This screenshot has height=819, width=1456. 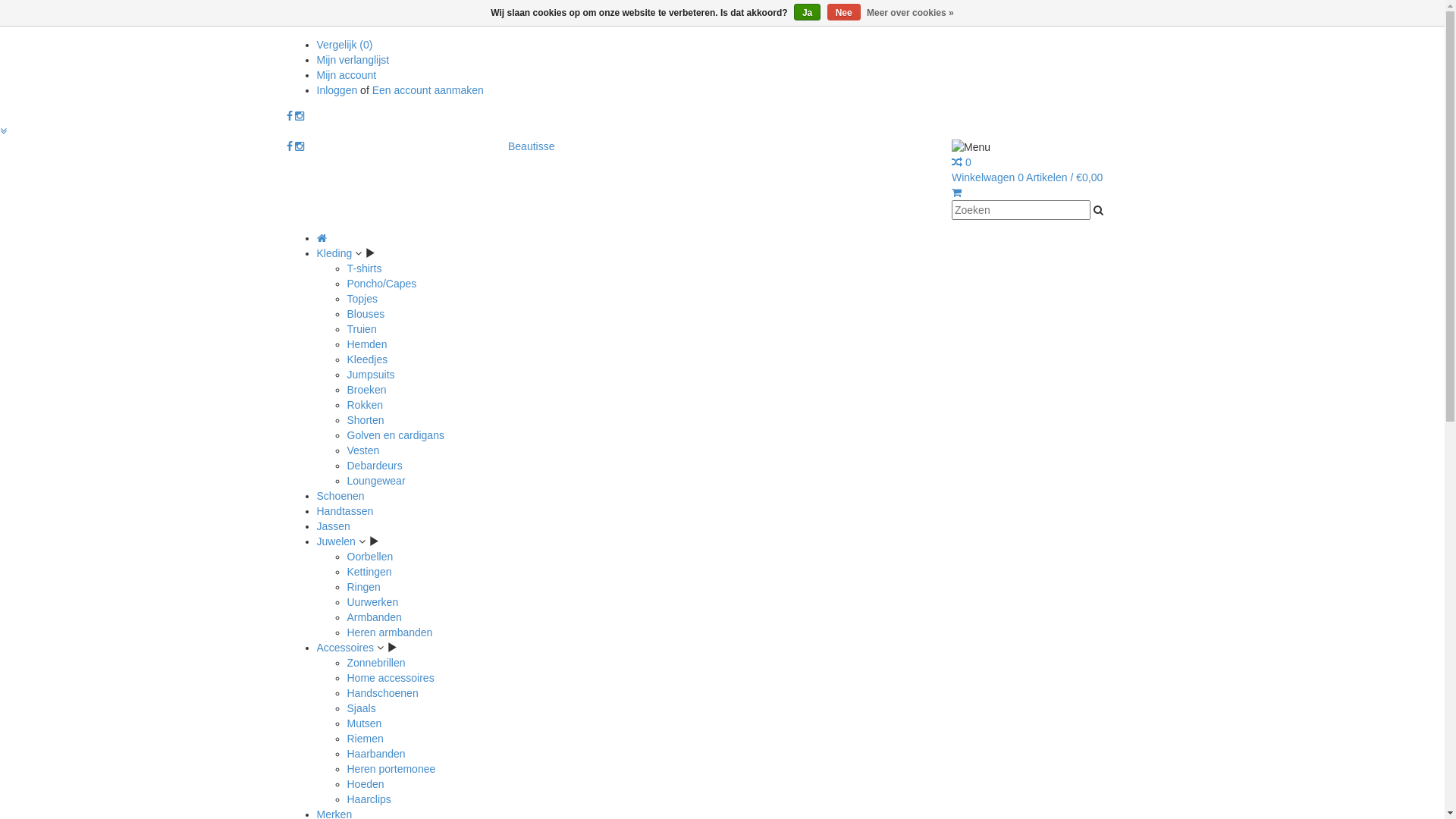 I want to click on 'Schoenen', so click(x=340, y=496).